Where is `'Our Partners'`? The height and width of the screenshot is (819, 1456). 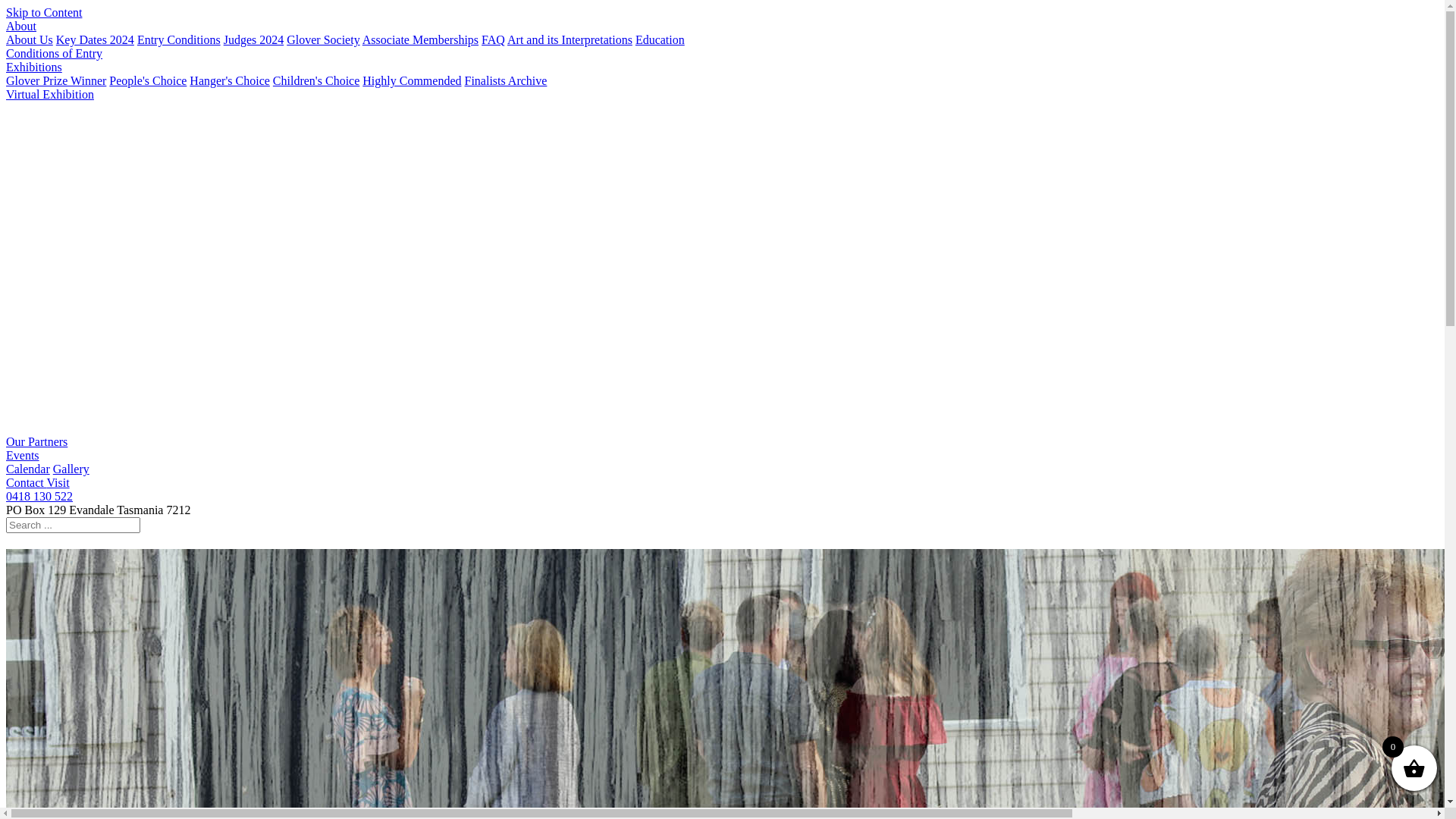
'Our Partners' is located at coordinates (36, 441).